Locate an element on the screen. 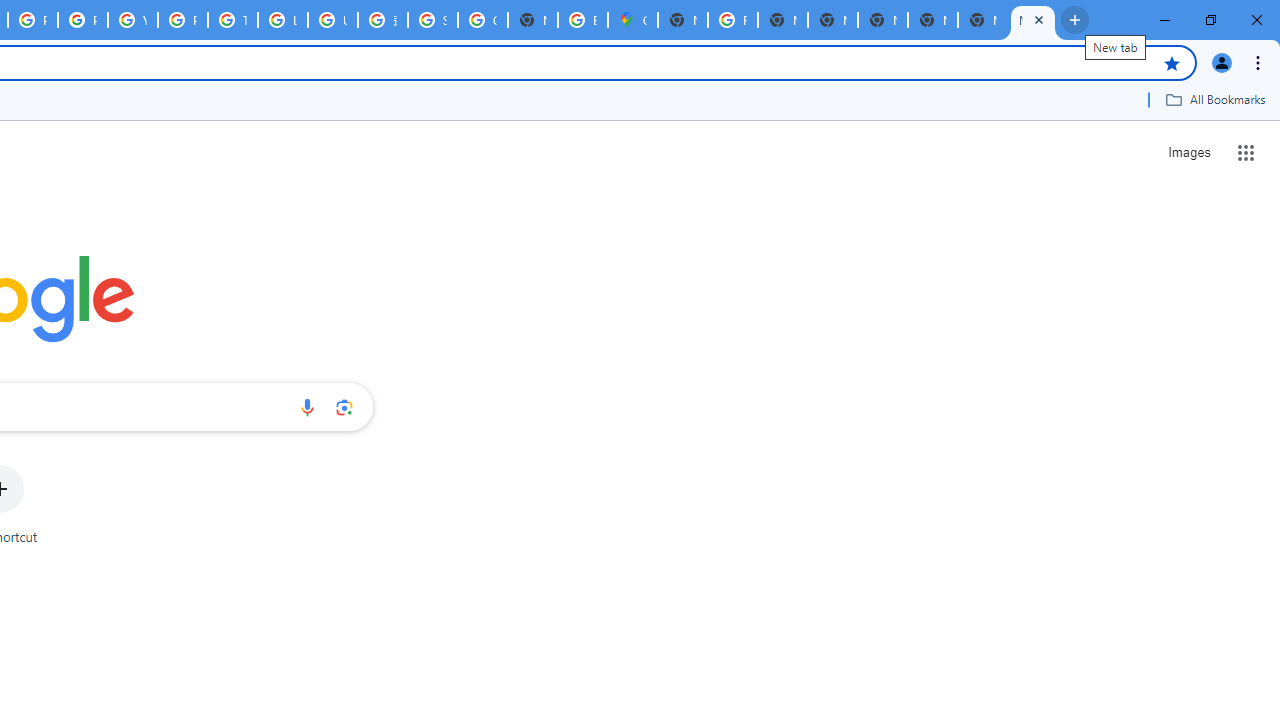 The image size is (1280, 720). 'Search for Images ' is located at coordinates (1189, 152).